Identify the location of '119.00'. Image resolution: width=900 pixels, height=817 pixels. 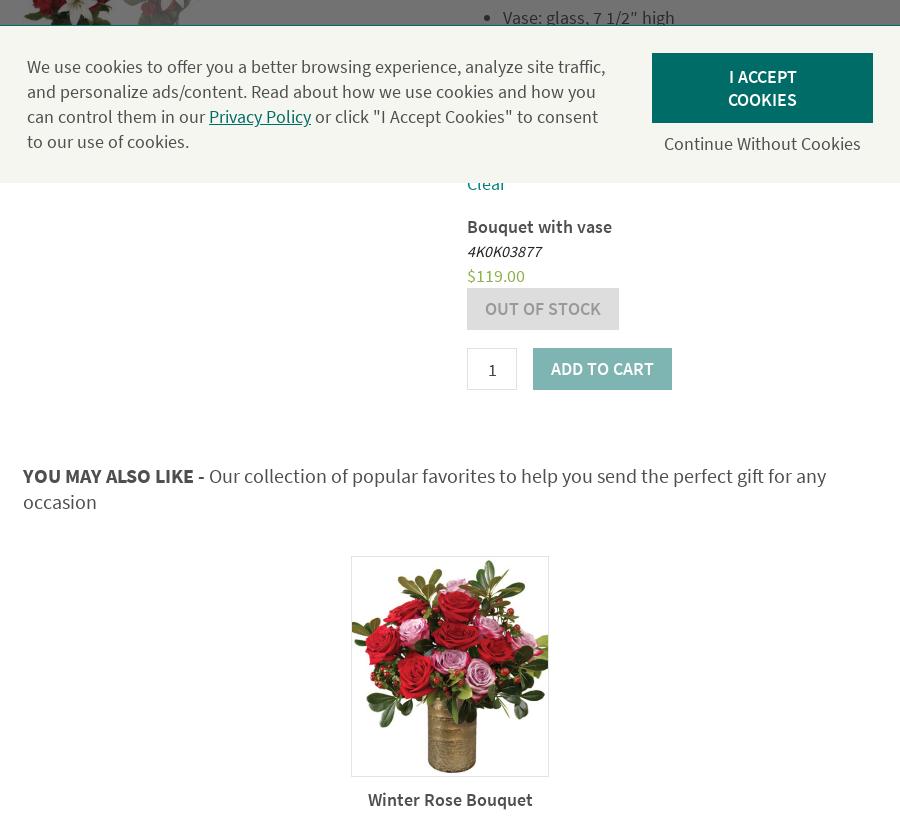
(499, 275).